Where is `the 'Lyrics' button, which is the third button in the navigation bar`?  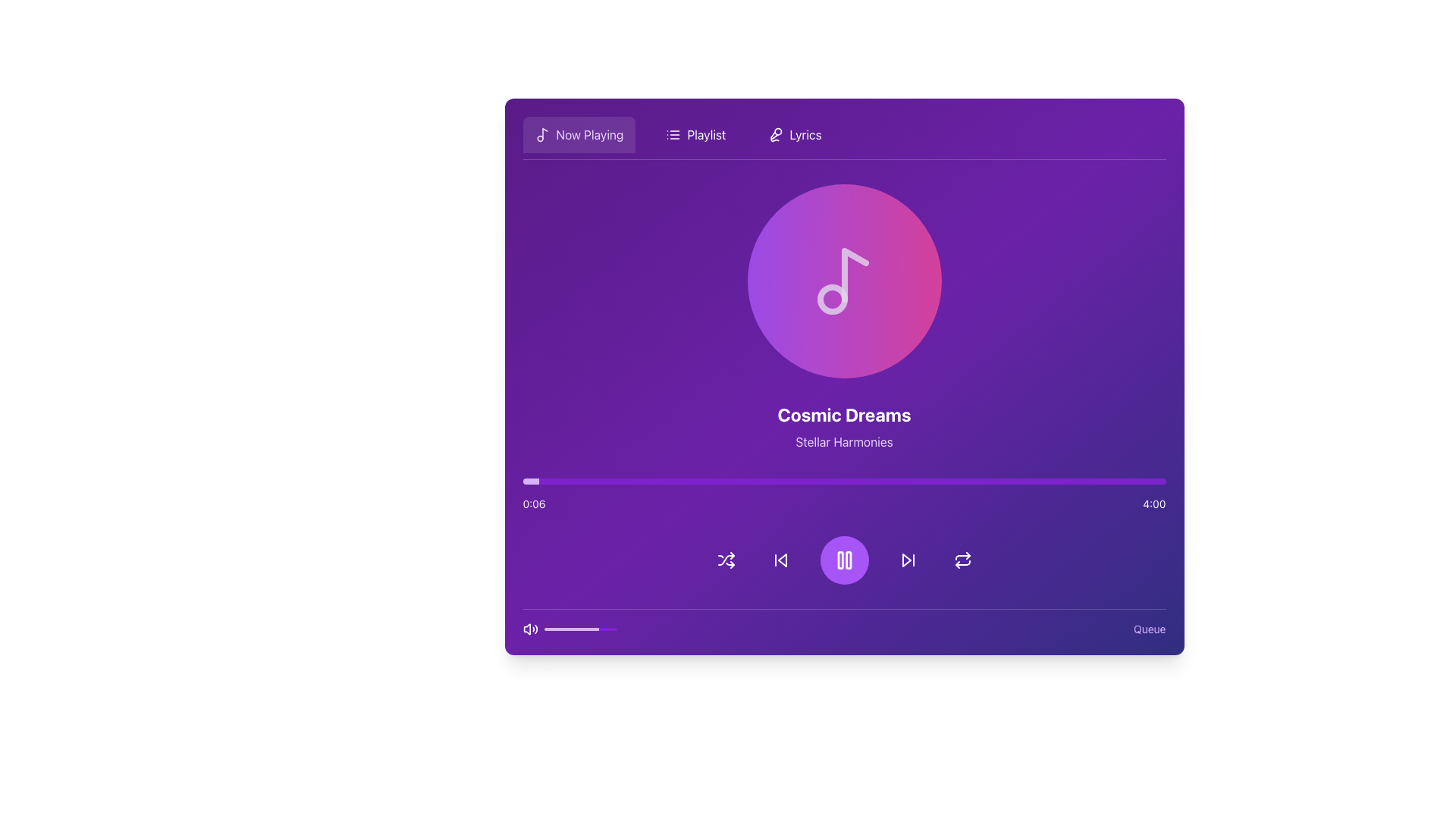 the 'Lyrics' button, which is the third button in the navigation bar is located at coordinates (794, 133).